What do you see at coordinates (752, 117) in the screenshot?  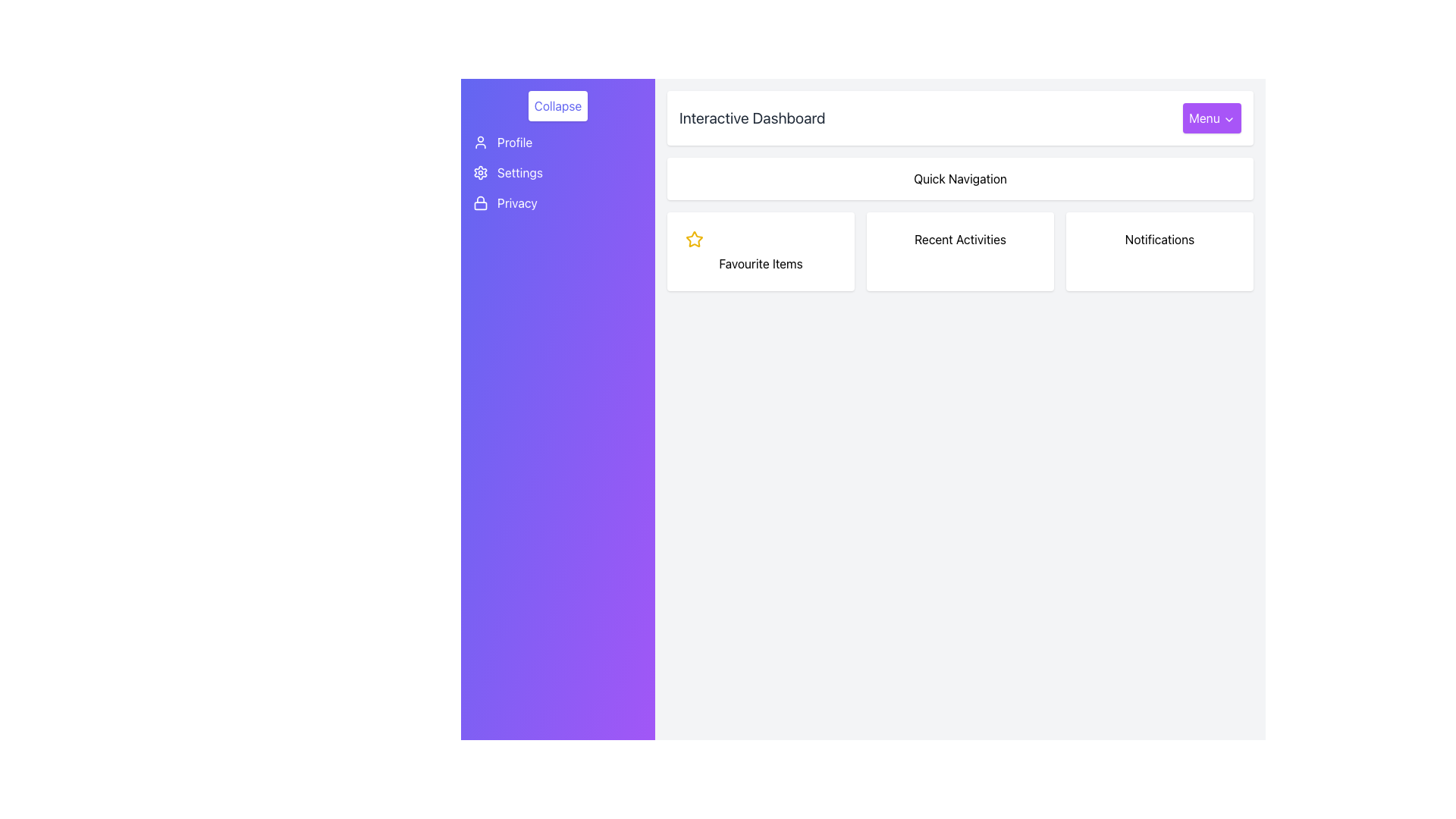 I see `the Text Label that serves as the title or header for the section, located to the left of the 'Menu' button and a small dropdown icon` at bounding box center [752, 117].